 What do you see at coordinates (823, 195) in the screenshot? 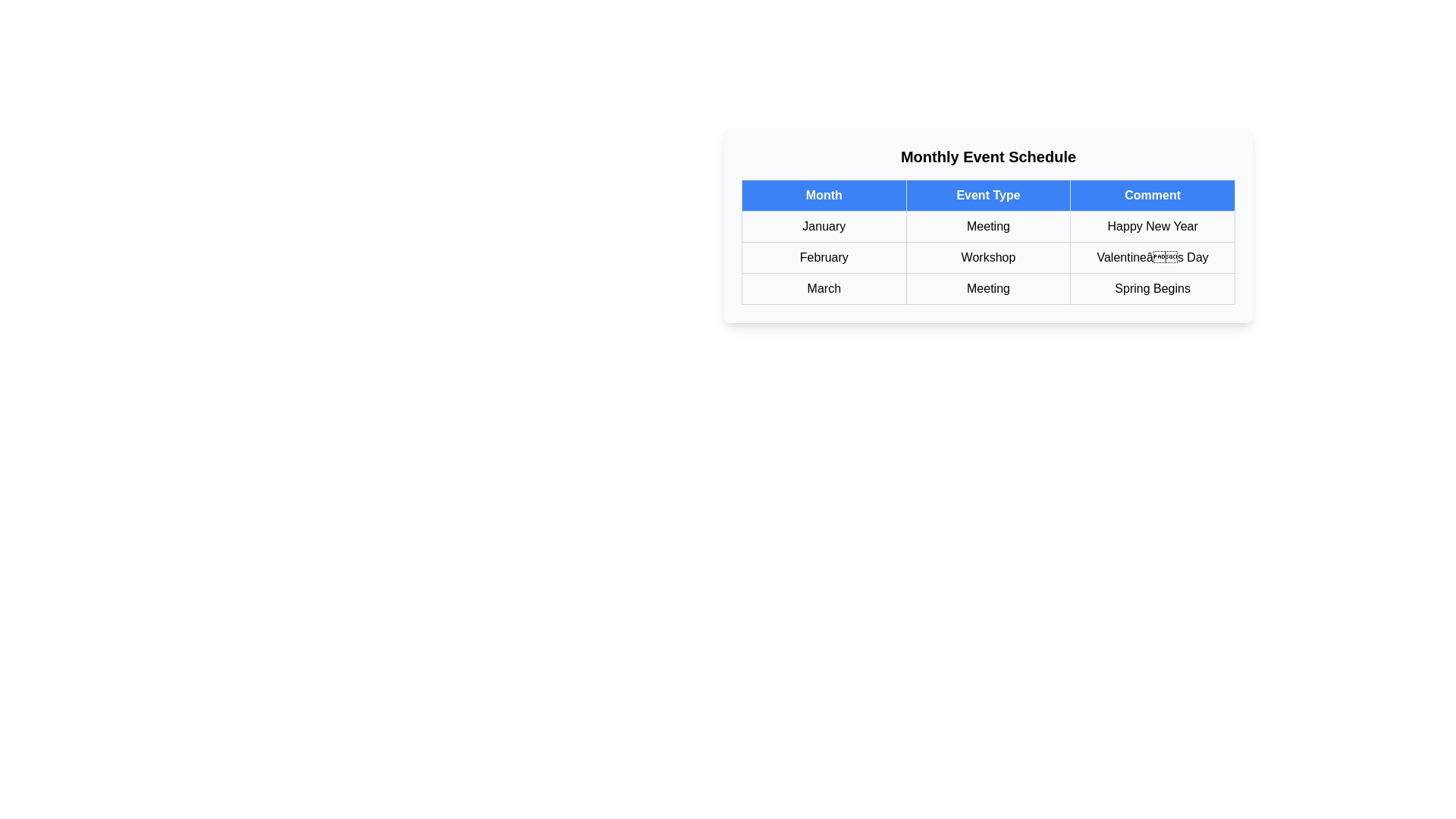
I see `the table header column Month to sort the table by that column` at bounding box center [823, 195].